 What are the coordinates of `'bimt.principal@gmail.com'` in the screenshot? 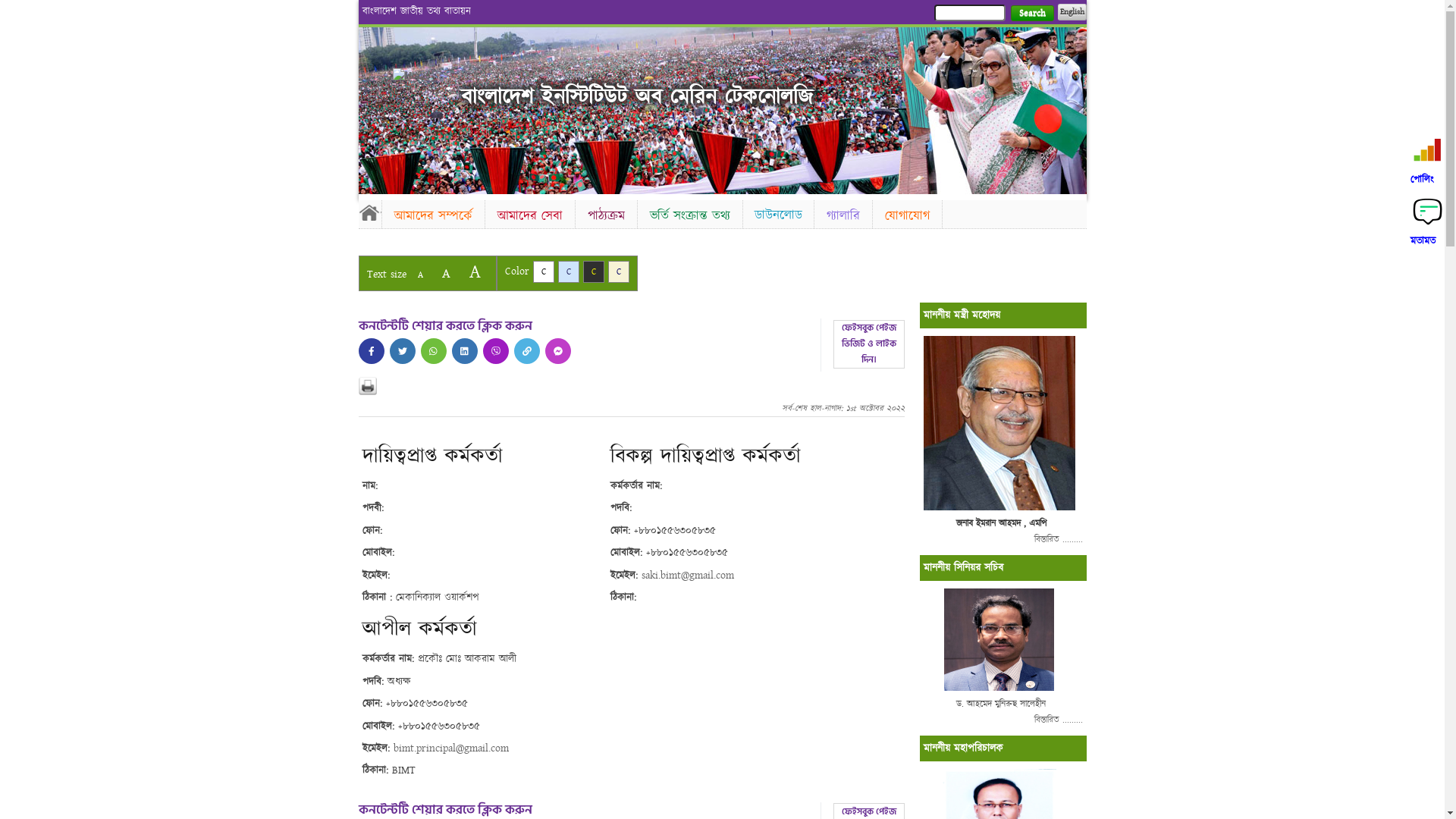 It's located at (450, 748).